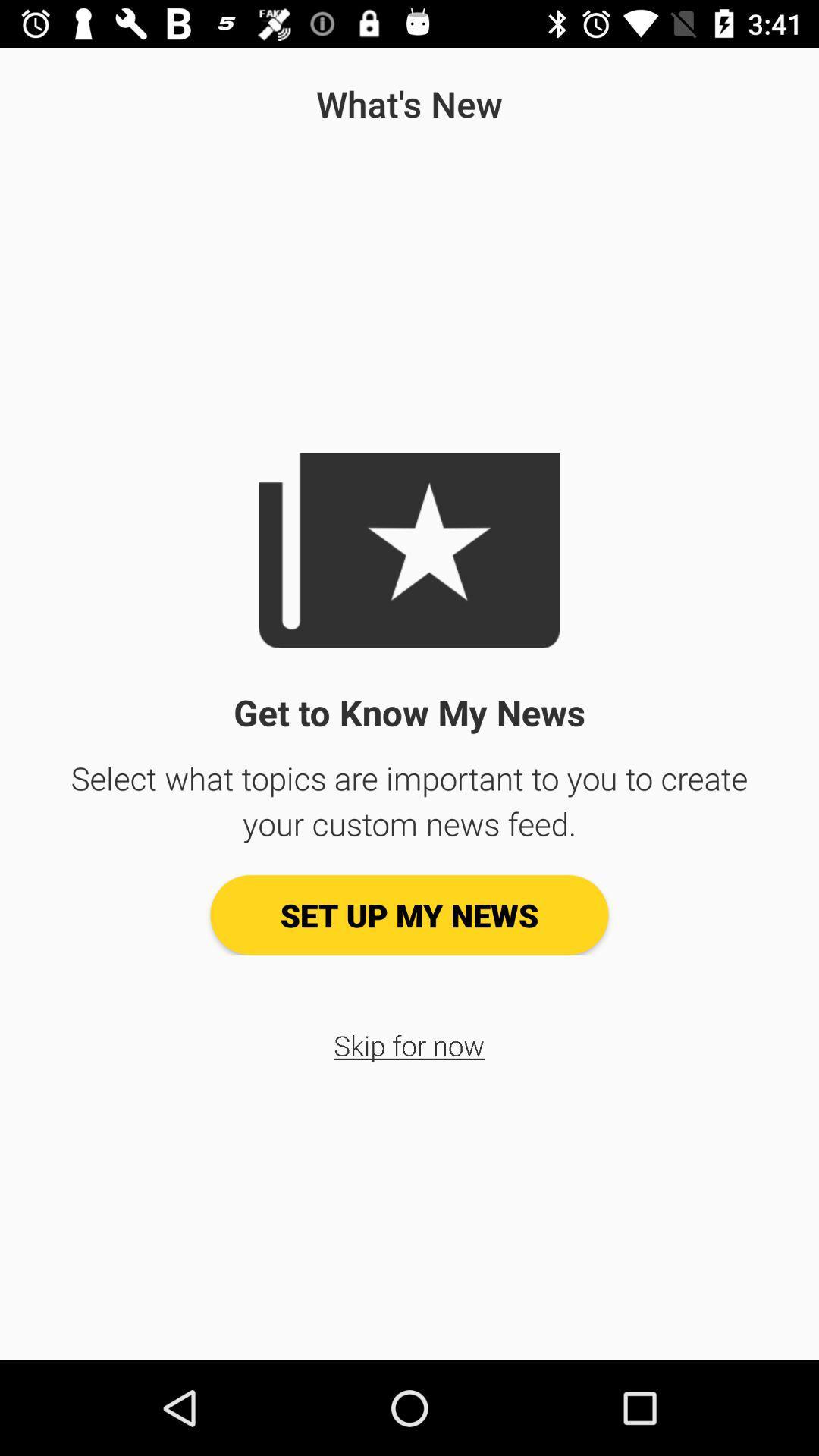 This screenshot has height=1456, width=819. Describe the element at coordinates (408, 1044) in the screenshot. I see `the button below the set up my` at that location.